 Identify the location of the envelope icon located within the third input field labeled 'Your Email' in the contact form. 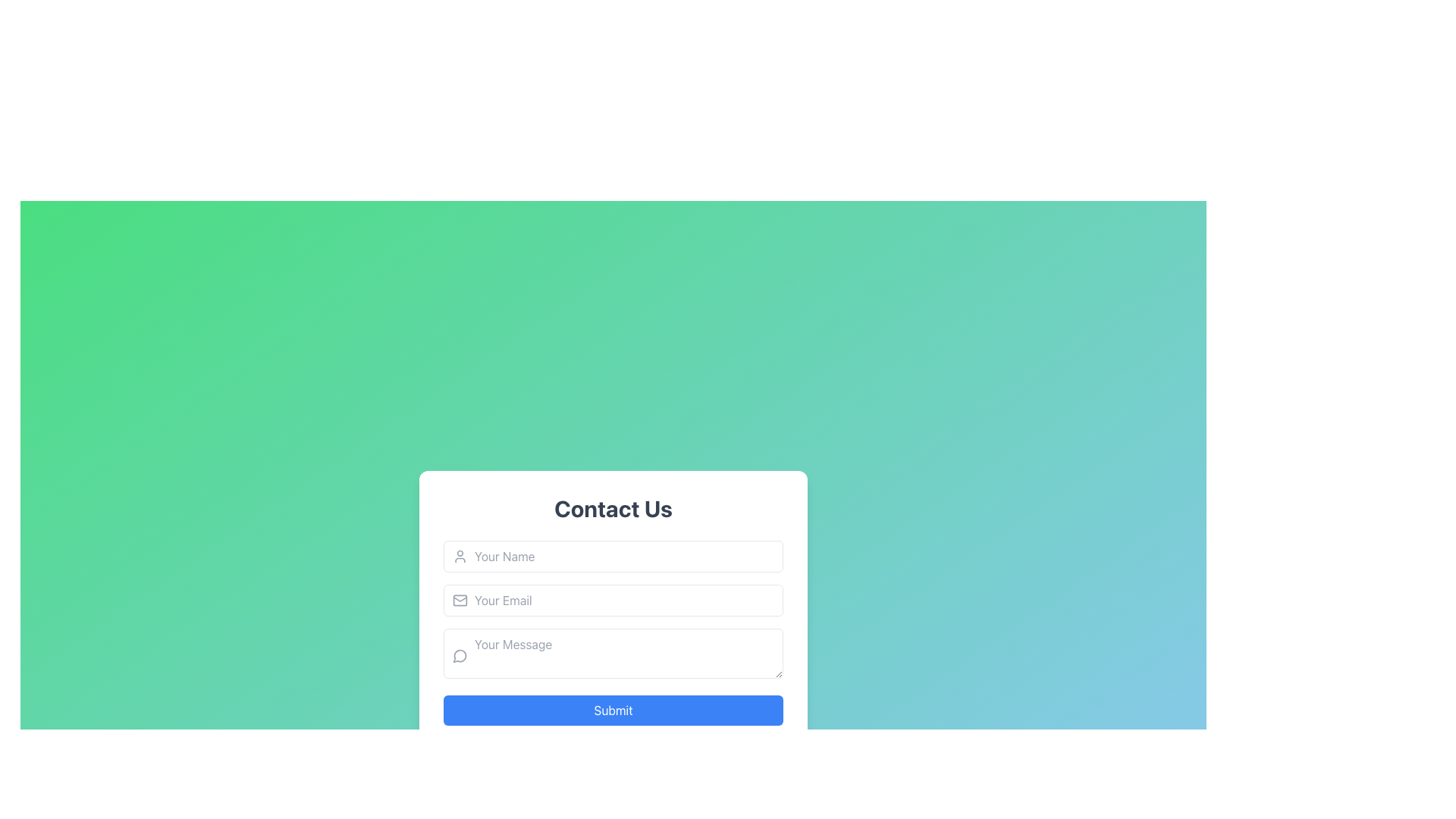
(459, 599).